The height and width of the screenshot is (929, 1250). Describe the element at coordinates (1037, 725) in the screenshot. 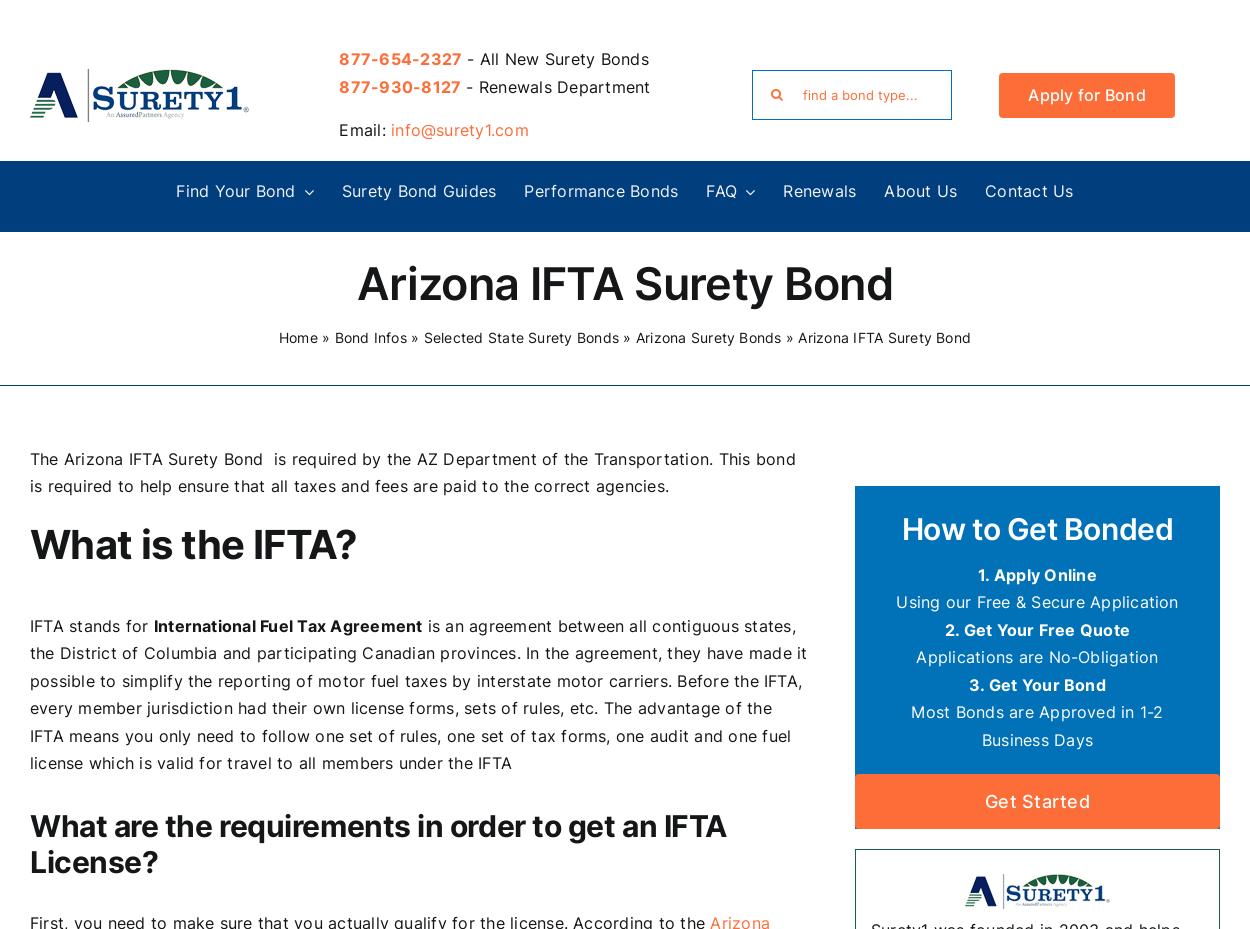

I see `'Most Bonds are Approved in 1-2 Business Days'` at that location.